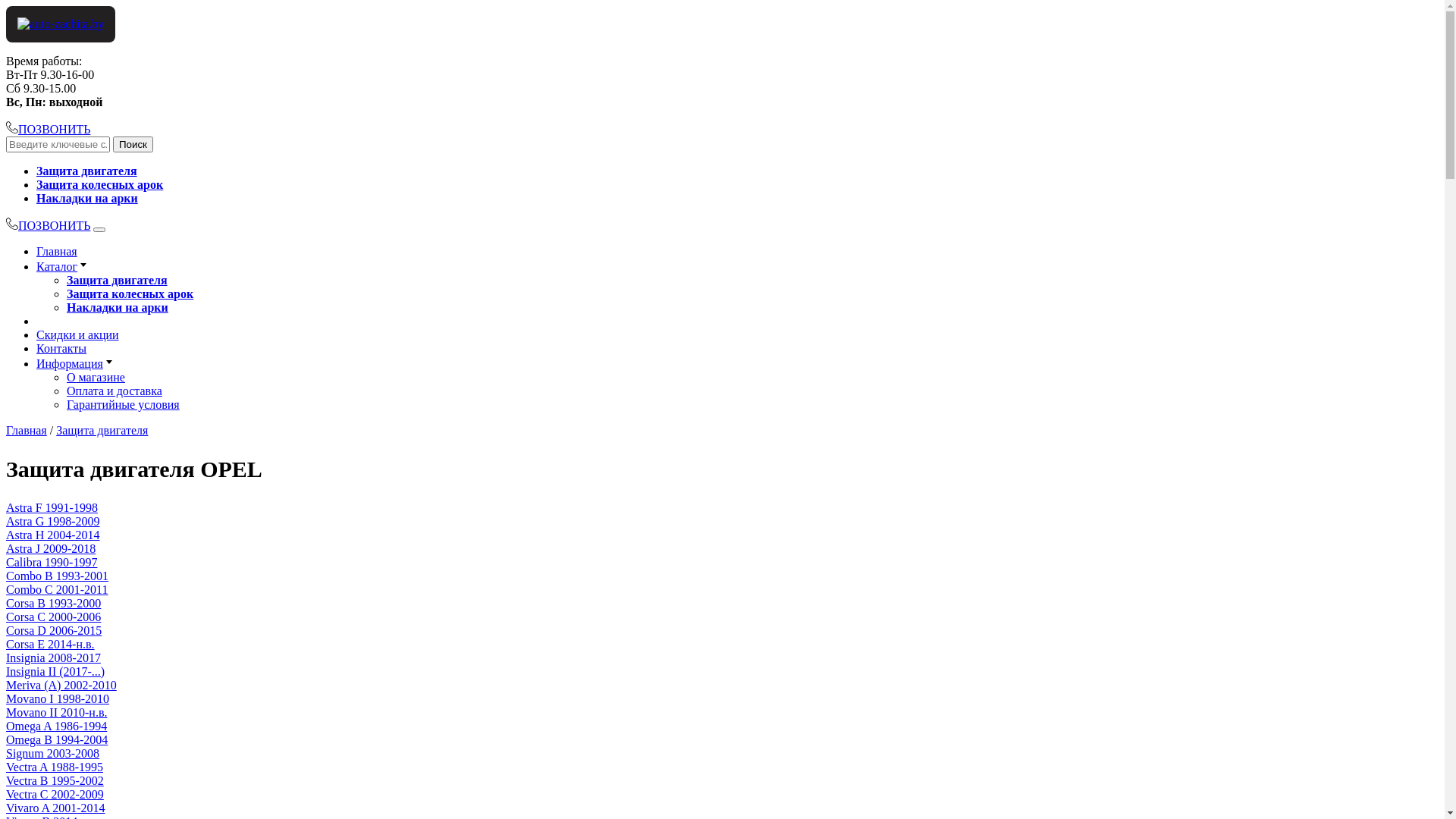 Image resolution: width=1456 pixels, height=819 pixels. I want to click on 'Combo B 1993-2001', so click(6, 576).